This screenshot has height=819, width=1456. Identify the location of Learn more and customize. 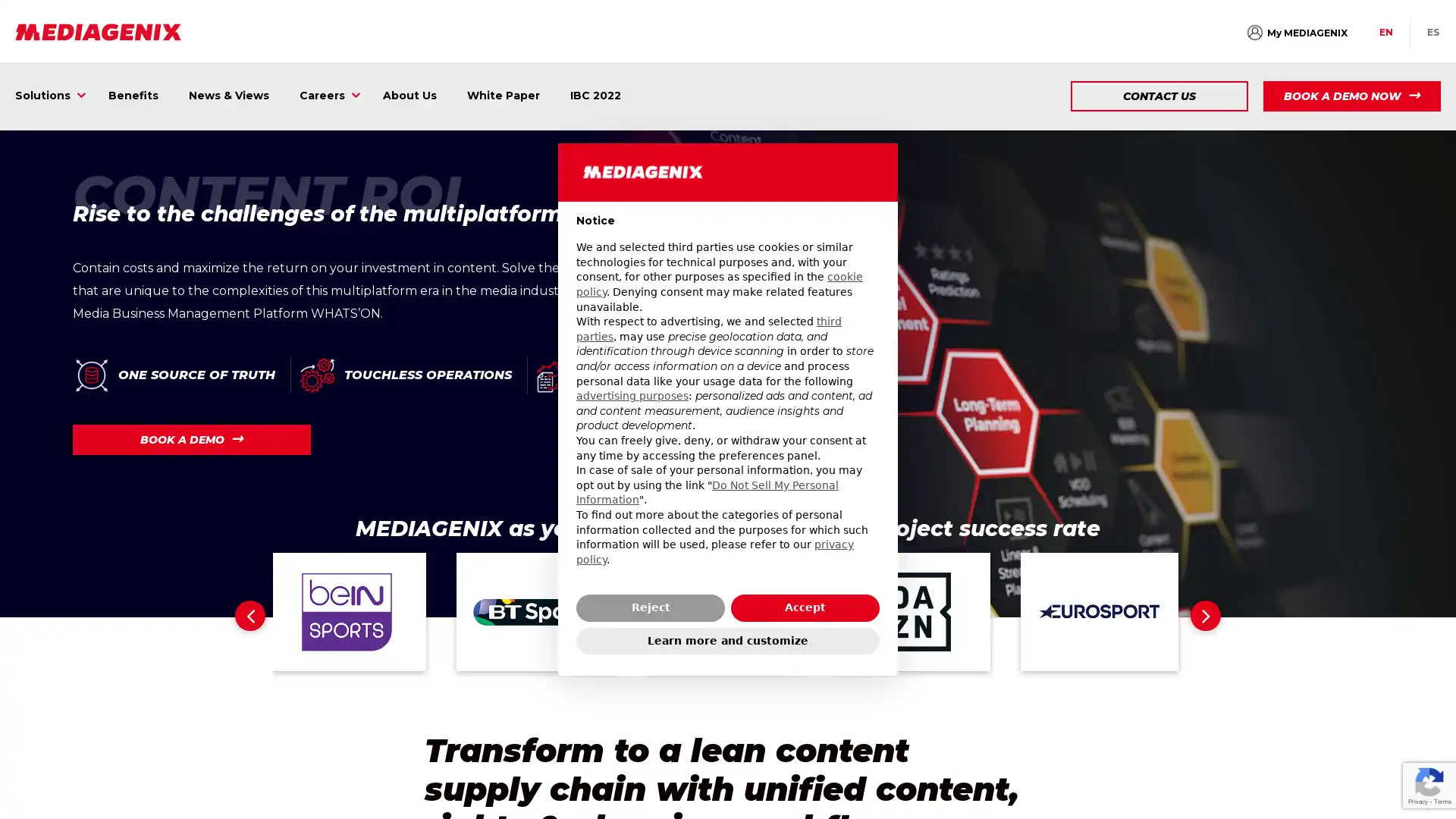
(728, 640).